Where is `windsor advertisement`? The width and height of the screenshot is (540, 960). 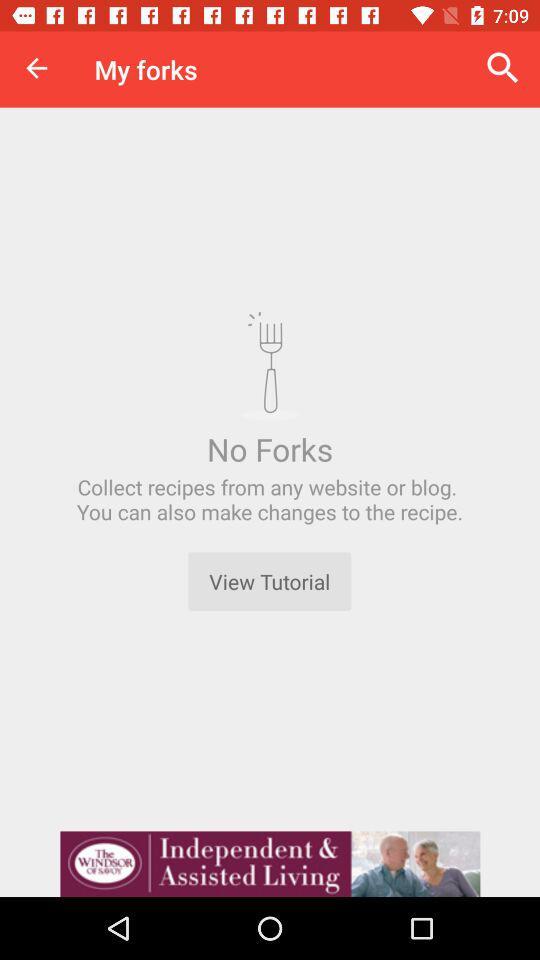
windsor advertisement is located at coordinates (270, 863).